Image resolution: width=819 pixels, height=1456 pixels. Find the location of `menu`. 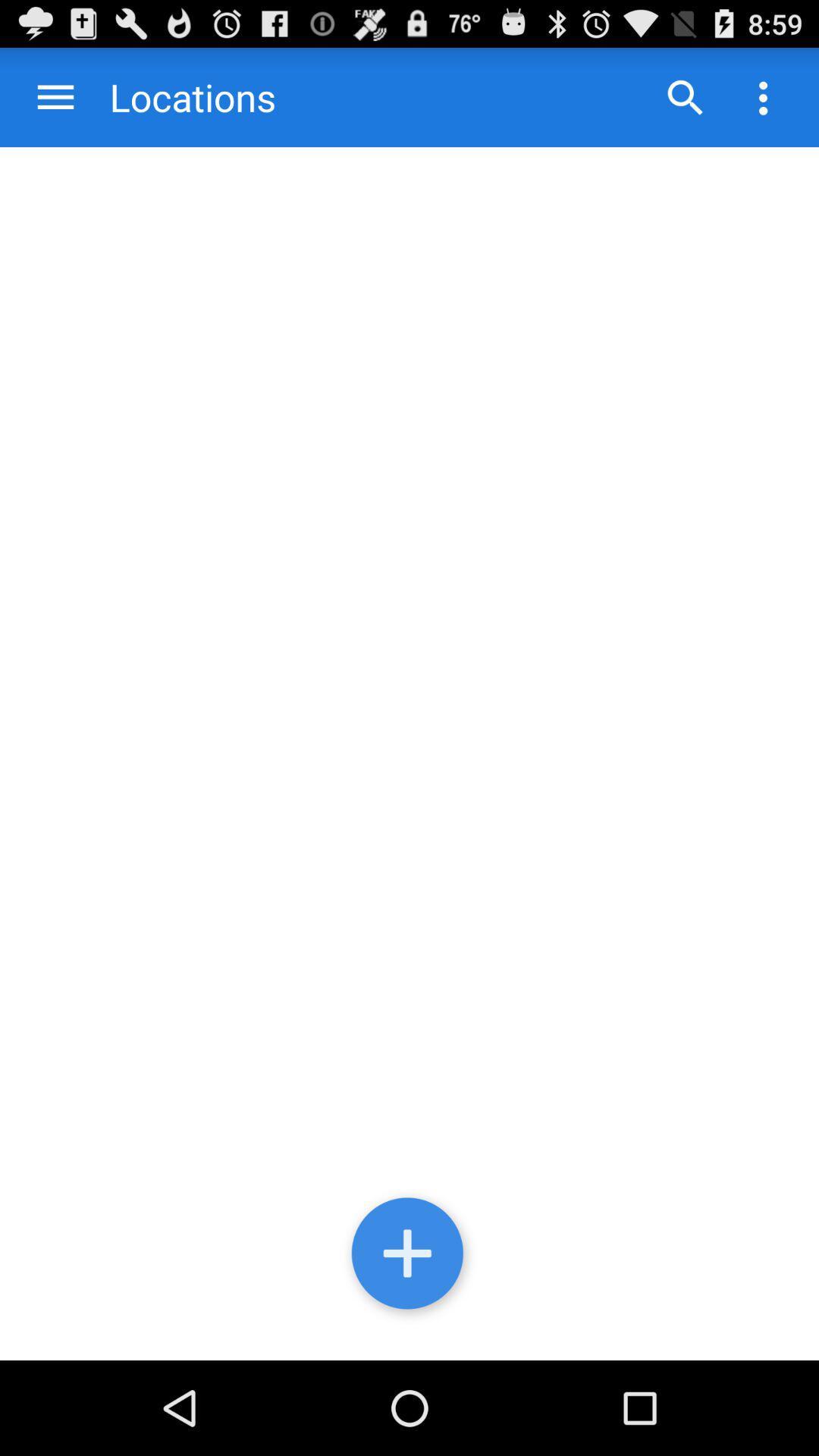

menu is located at coordinates (55, 96).